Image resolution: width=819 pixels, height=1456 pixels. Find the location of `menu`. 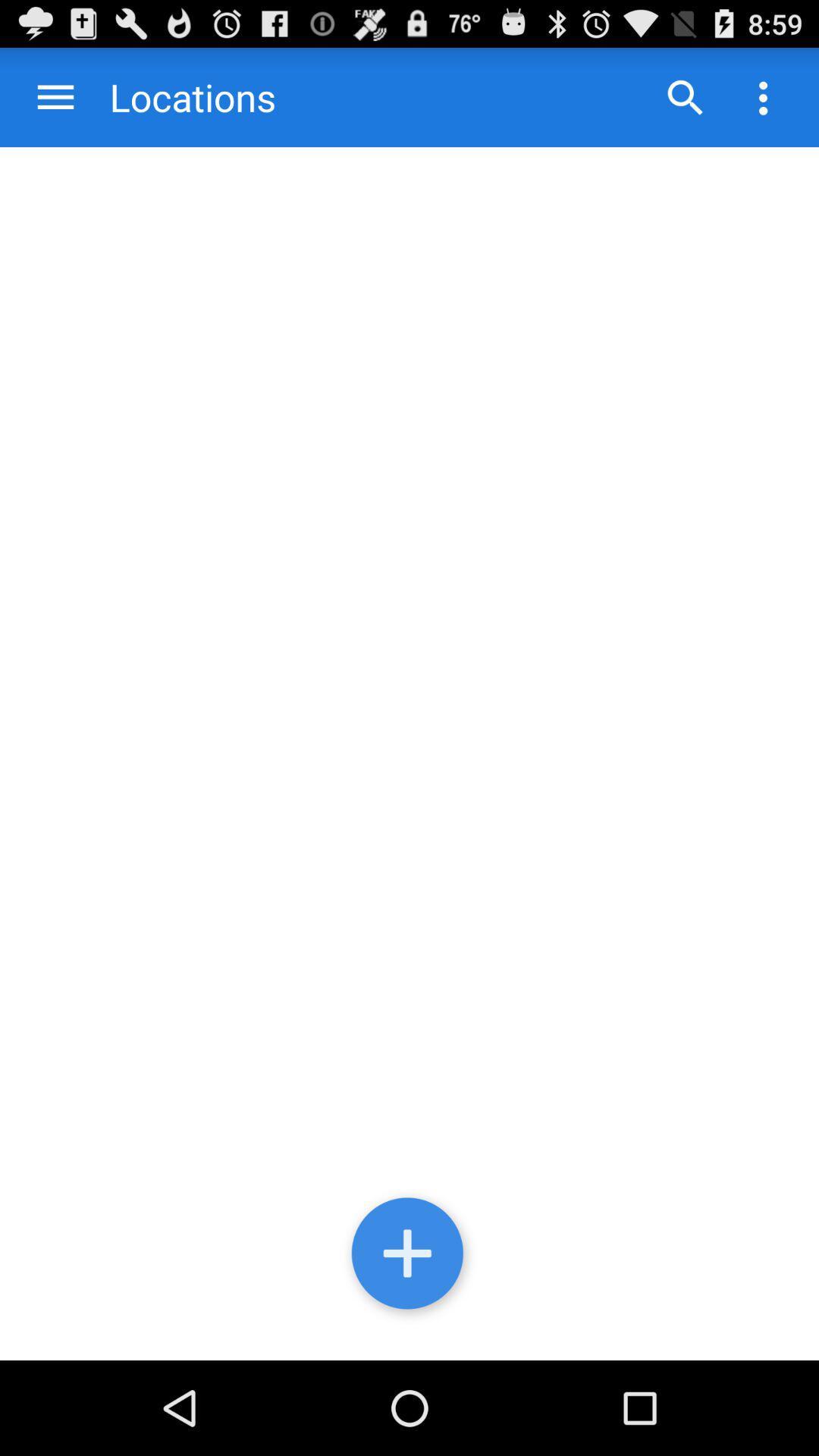

menu is located at coordinates (55, 96).